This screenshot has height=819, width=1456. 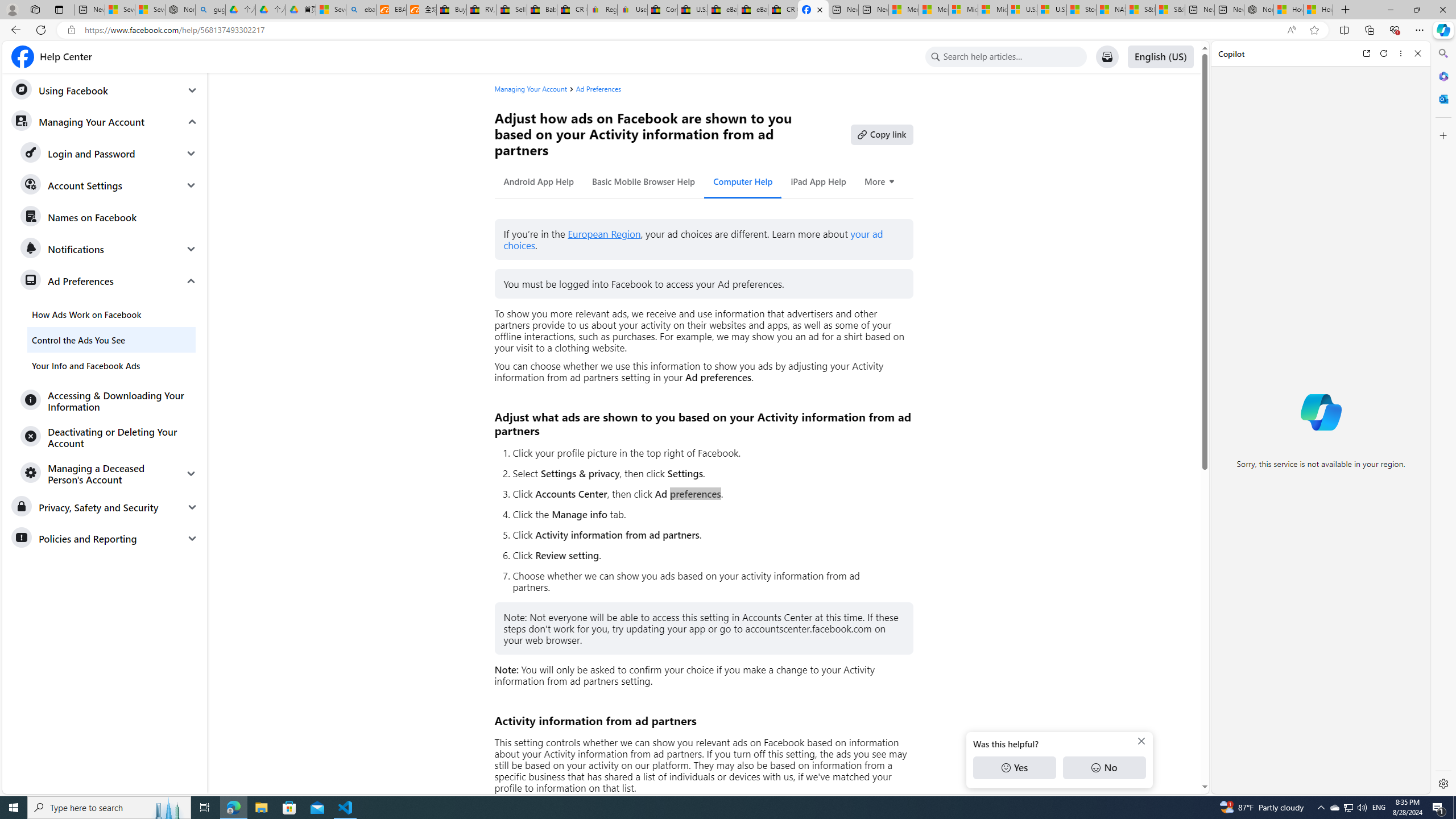 I want to click on 'Yes', so click(x=1014, y=767).